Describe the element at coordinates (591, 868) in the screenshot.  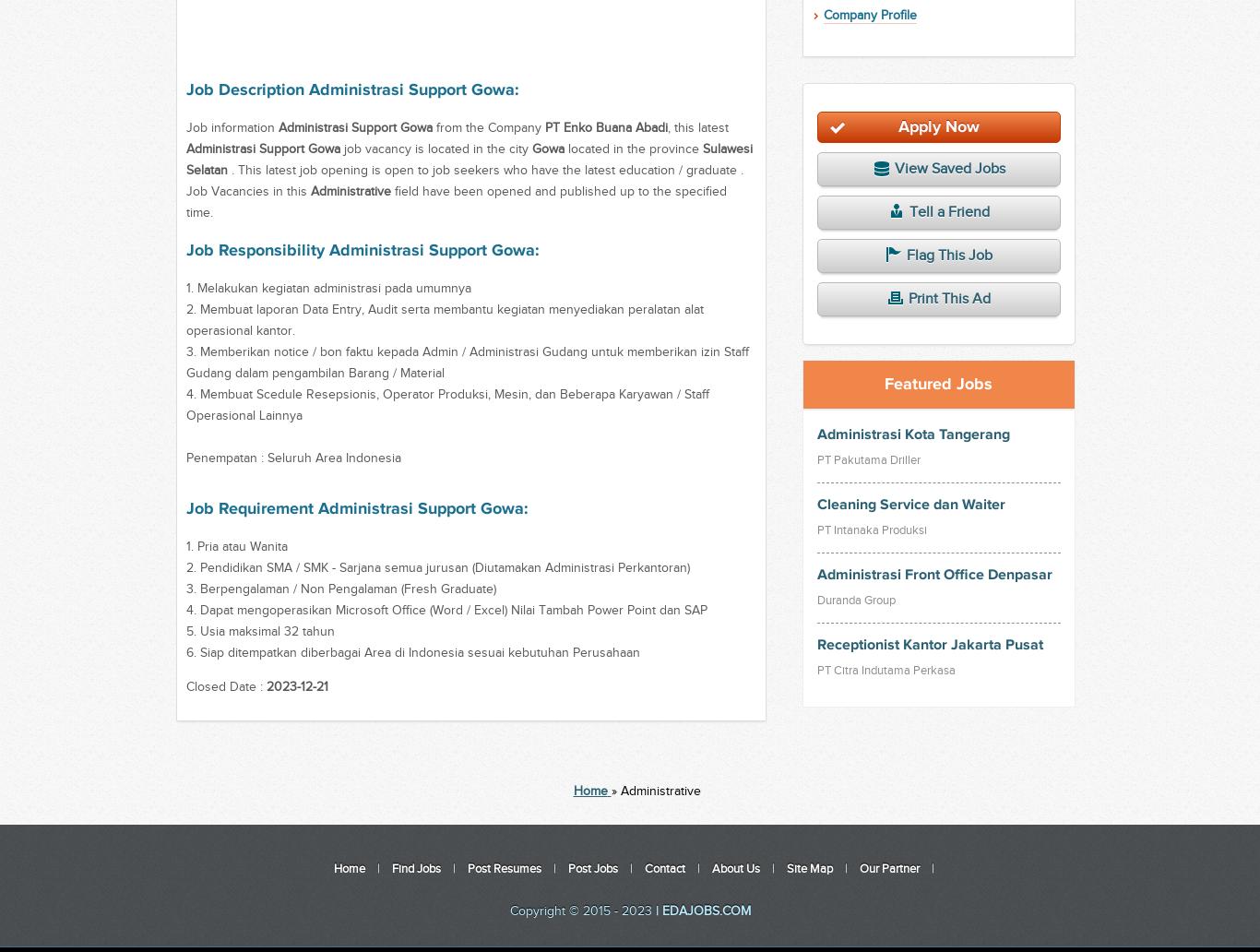
I see `'Post Jobs'` at that location.